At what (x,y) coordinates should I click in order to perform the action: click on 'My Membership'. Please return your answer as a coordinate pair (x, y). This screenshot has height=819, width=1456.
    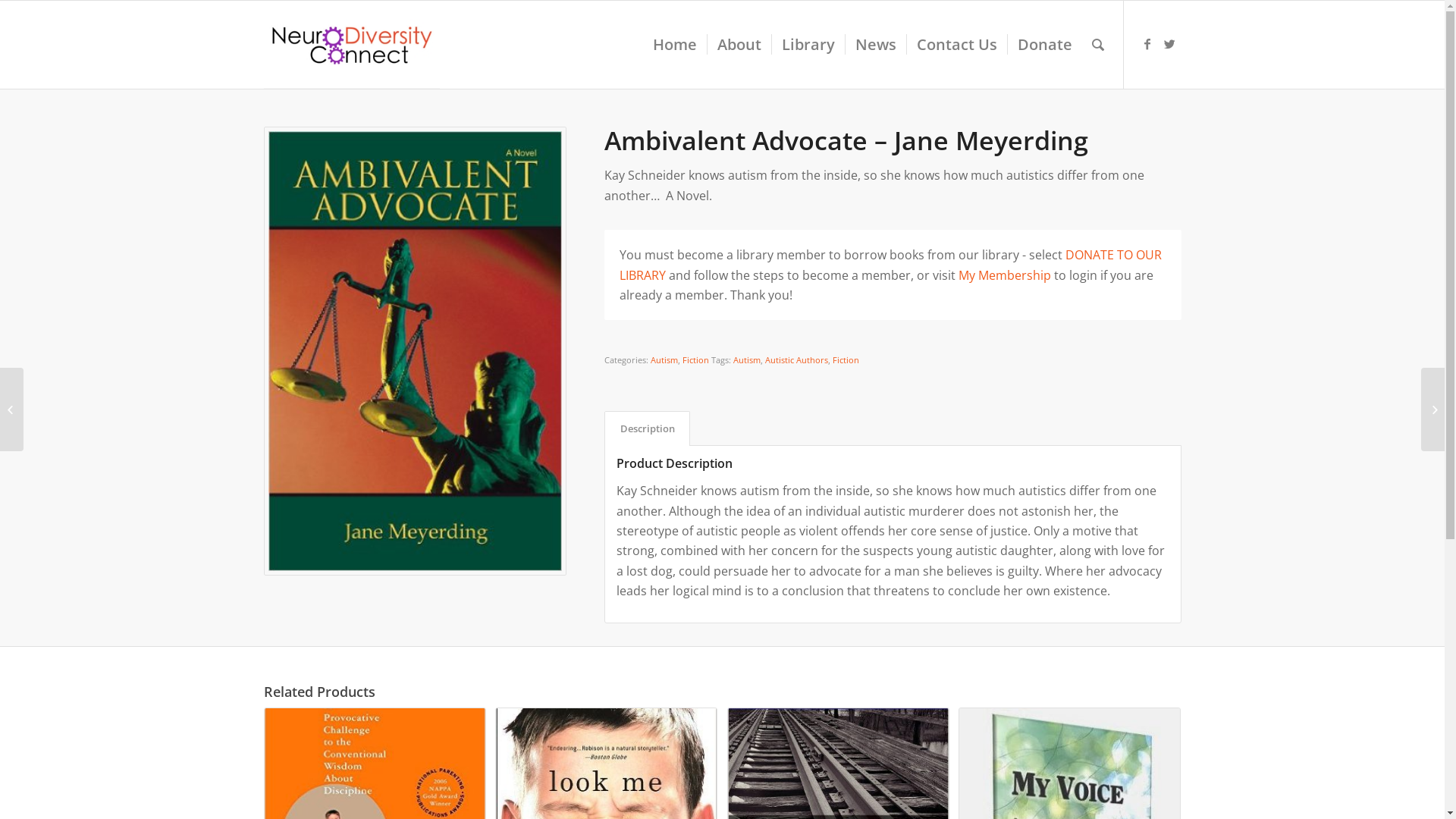
    Looking at the image, I should click on (1004, 275).